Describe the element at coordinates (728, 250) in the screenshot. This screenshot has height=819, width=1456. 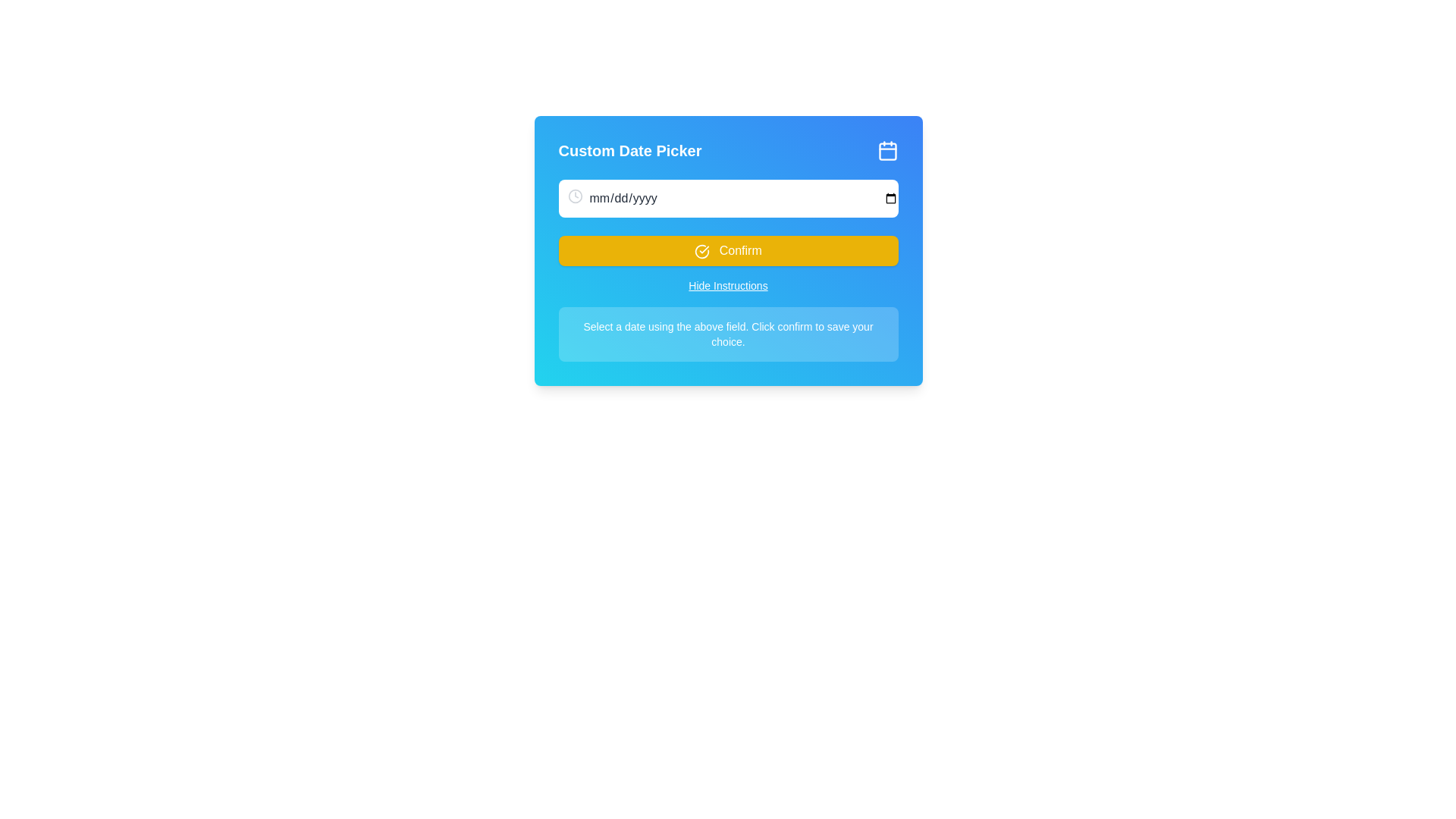
I see `the 'Confirm' button, which has a bright yellow background and a white checkmark icon` at that location.